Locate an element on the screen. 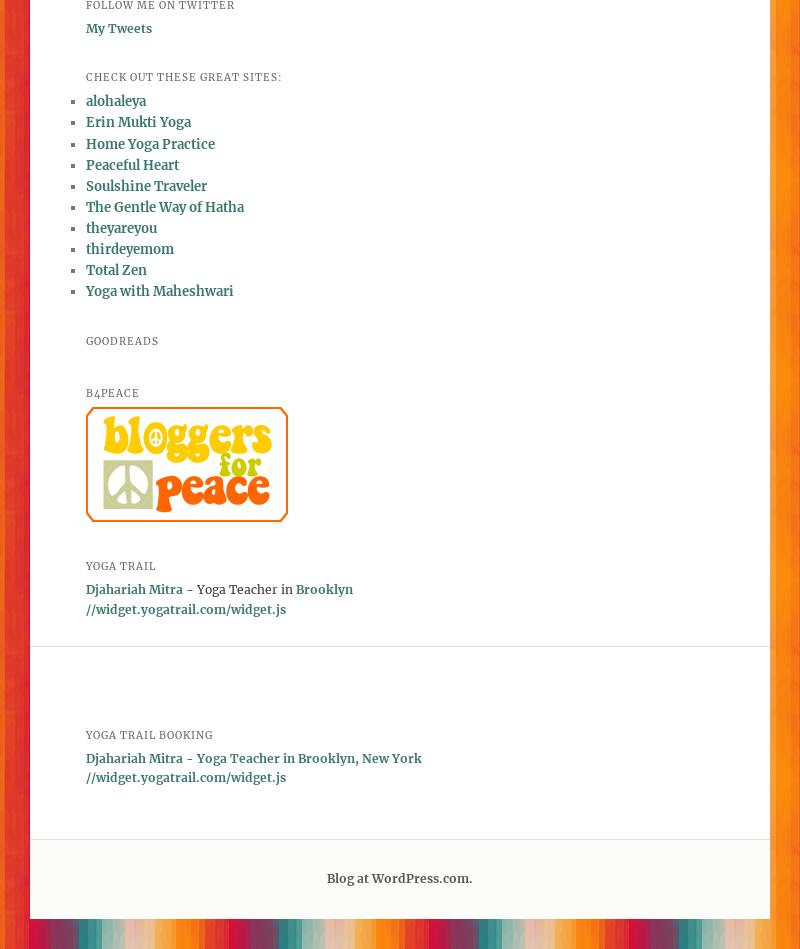  '- Yoga Teacher in' is located at coordinates (238, 588).